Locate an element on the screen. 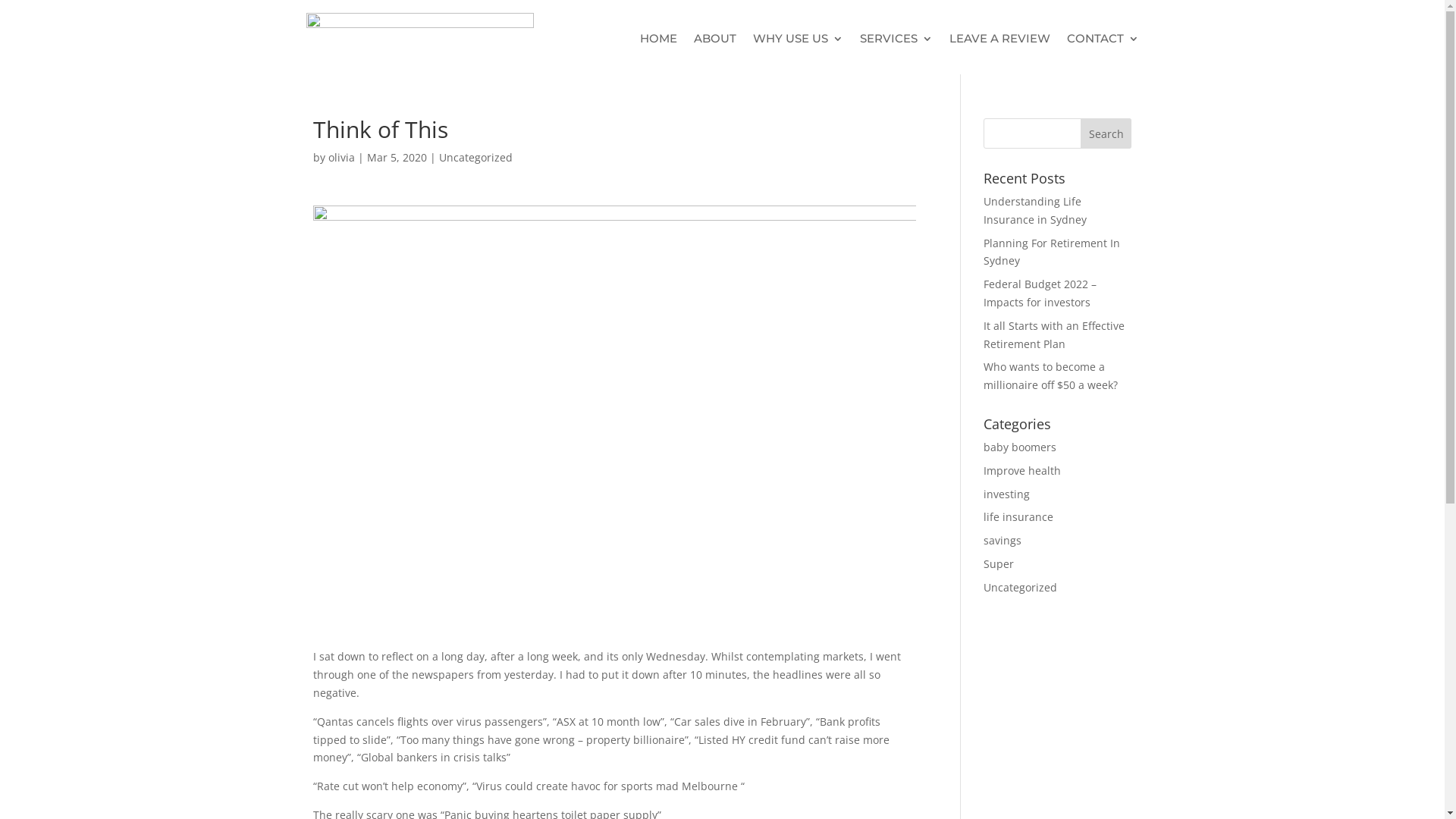 The height and width of the screenshot is (819, 1456). 'LEAVE A REVIEW' is located at coordinates (999, 37).